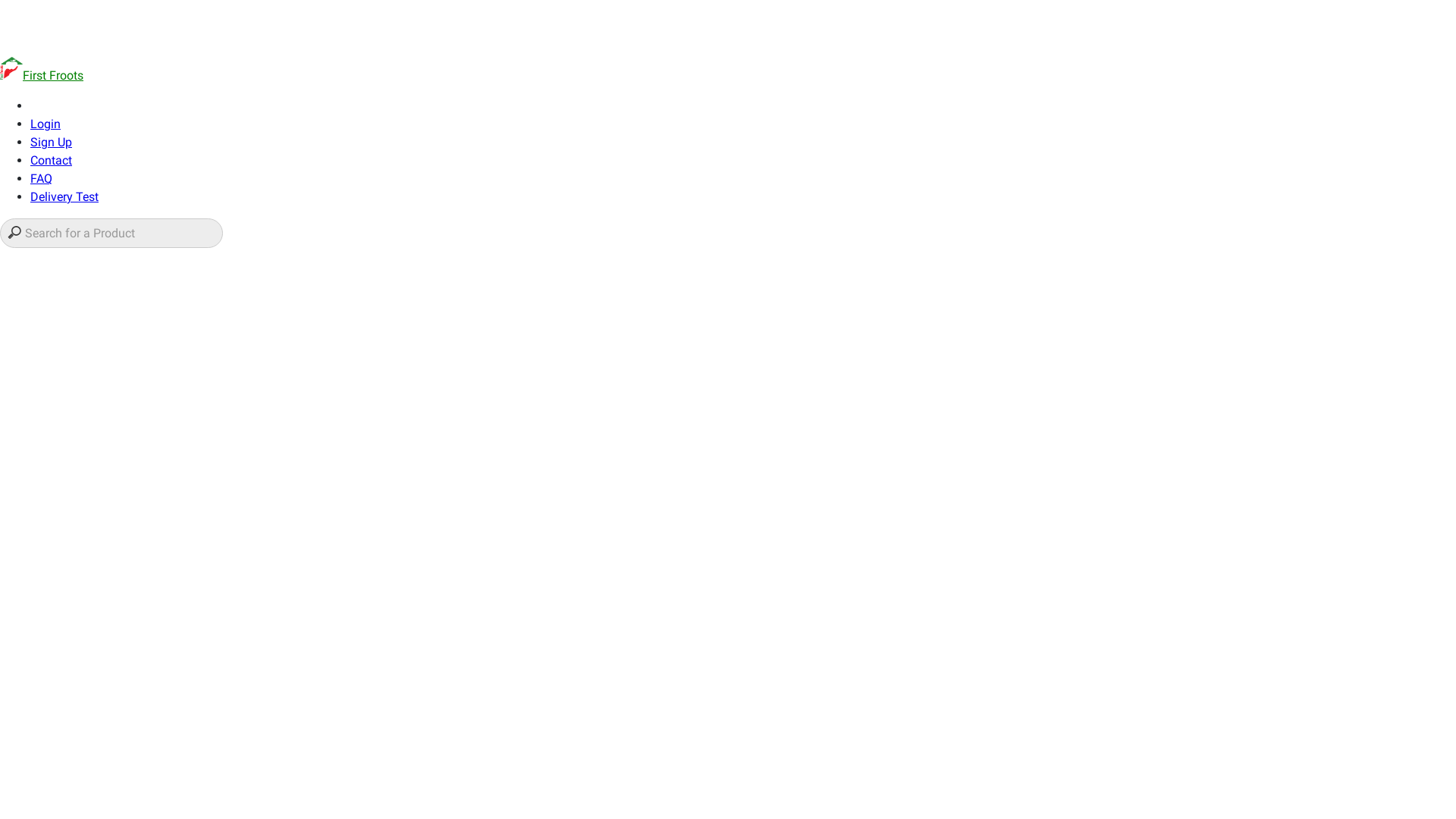 Image resolution: width=1456 pixels, height=819 pixels. What do you see at coordinates (0, 75) in the screenshot?
I see `'First Froots'` at bounding box center [0, 75].